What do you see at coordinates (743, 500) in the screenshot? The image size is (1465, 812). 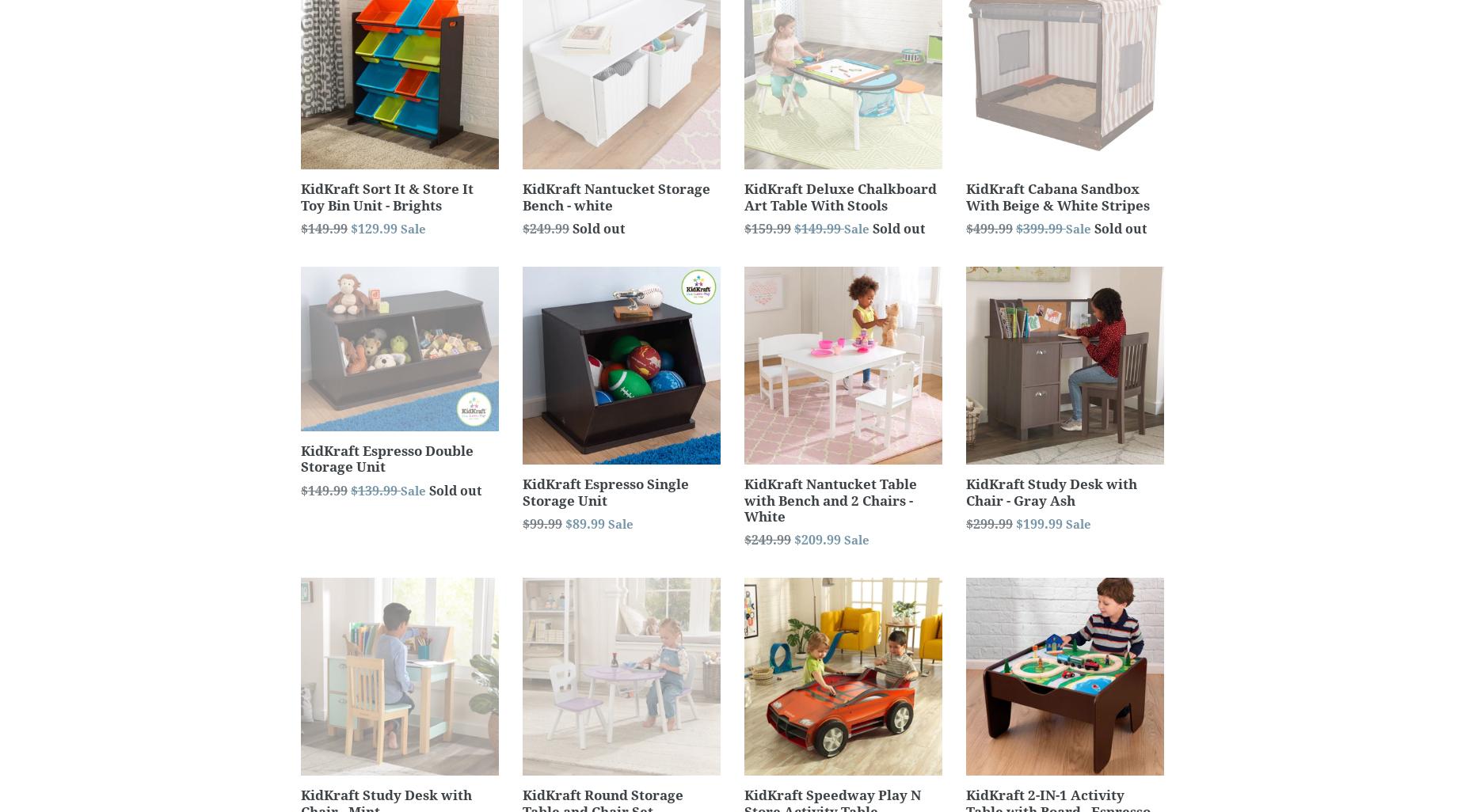 I see `'KidKraft Nantucket Table with Bench and 2 Chairs - White'` at bounding box center [743, 500].